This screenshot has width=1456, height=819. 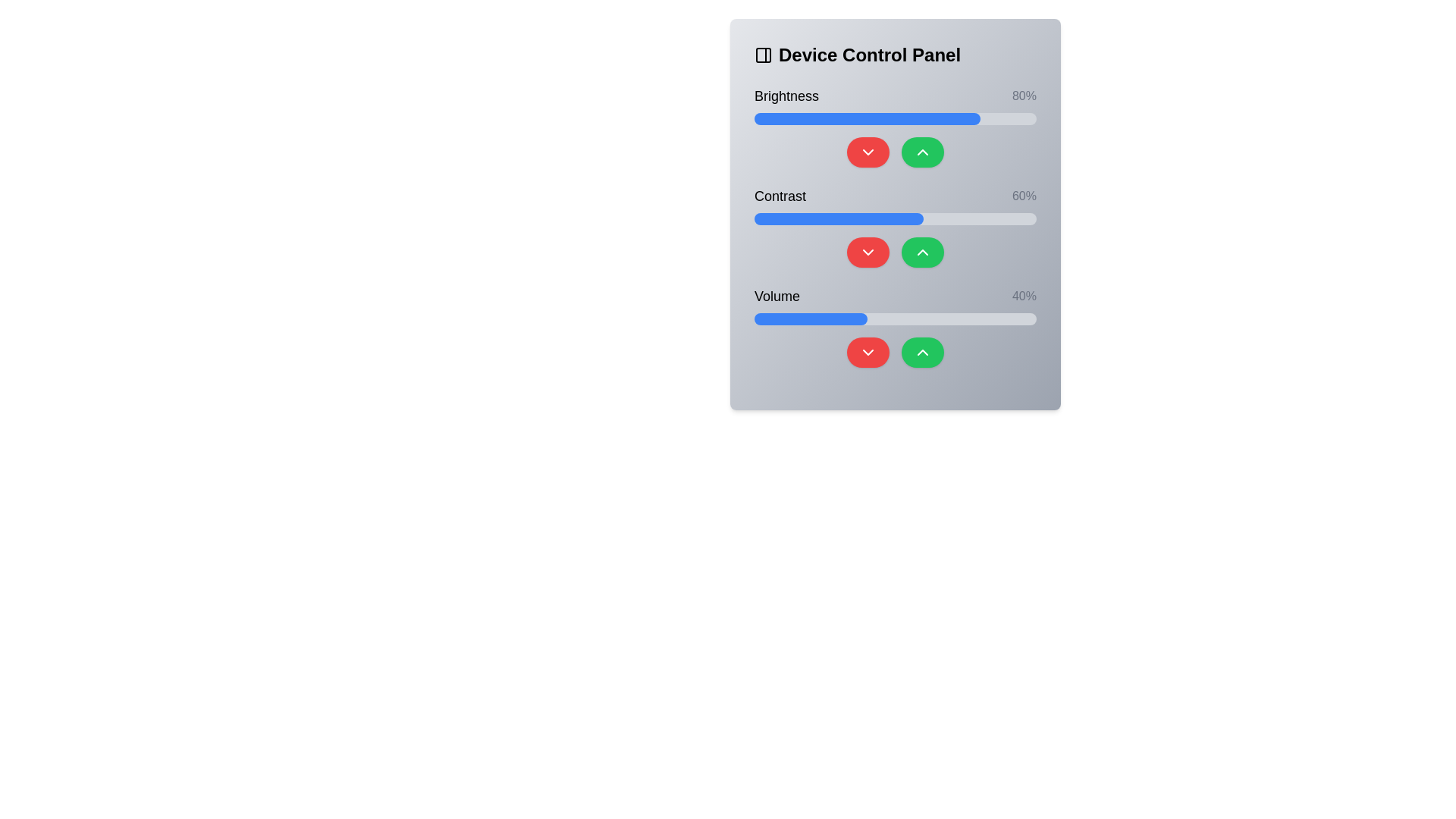 I want to click on the volume down button located in the 'Volume' section of the Device Control Panel, so click(x=868, y=353).